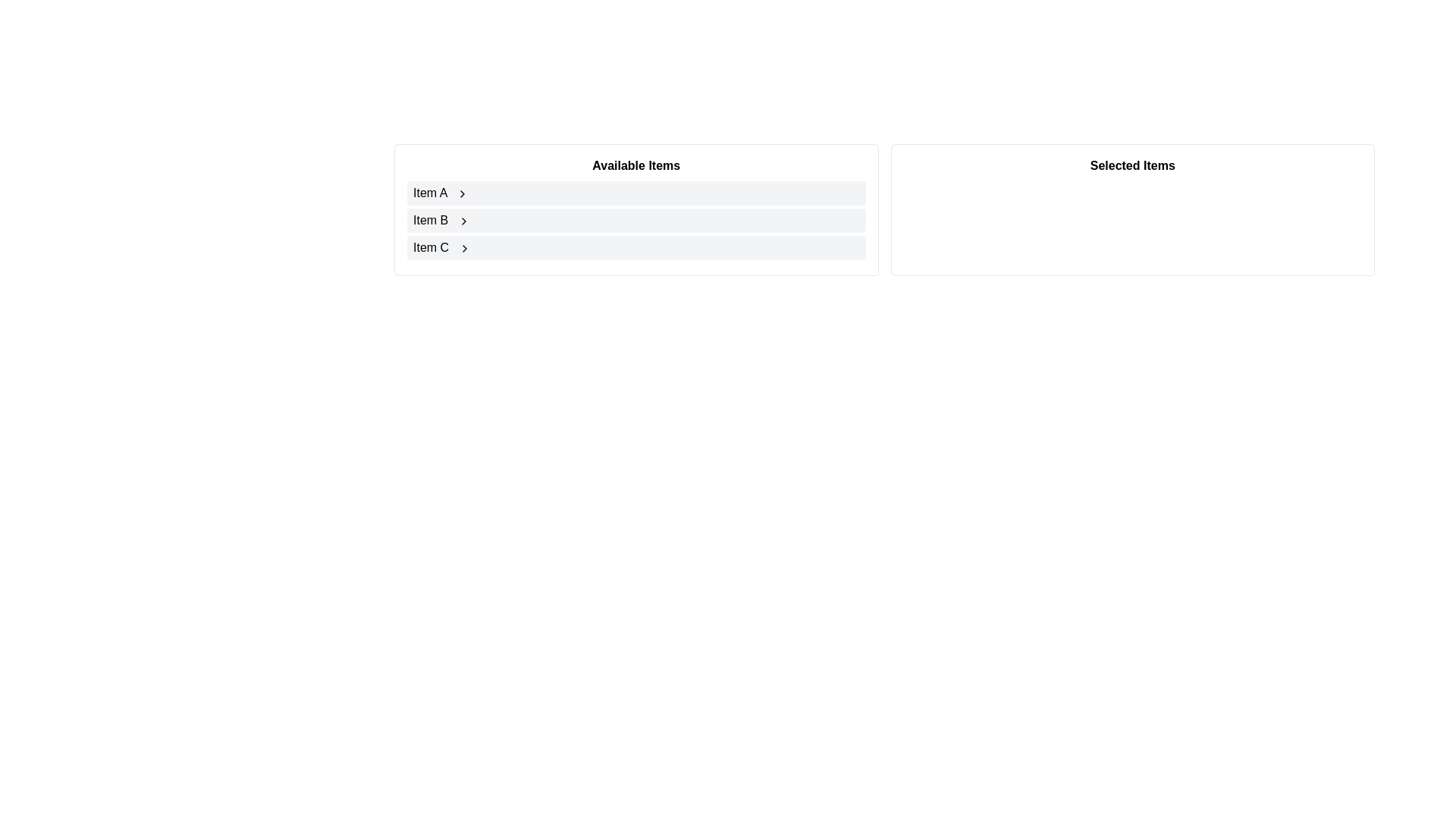  Describe the element at coordinates (463, 247) in the screenshot. I see `the small right-chevron icon next to 'Item C' in the last row of the 'Available Items' list` at that location.